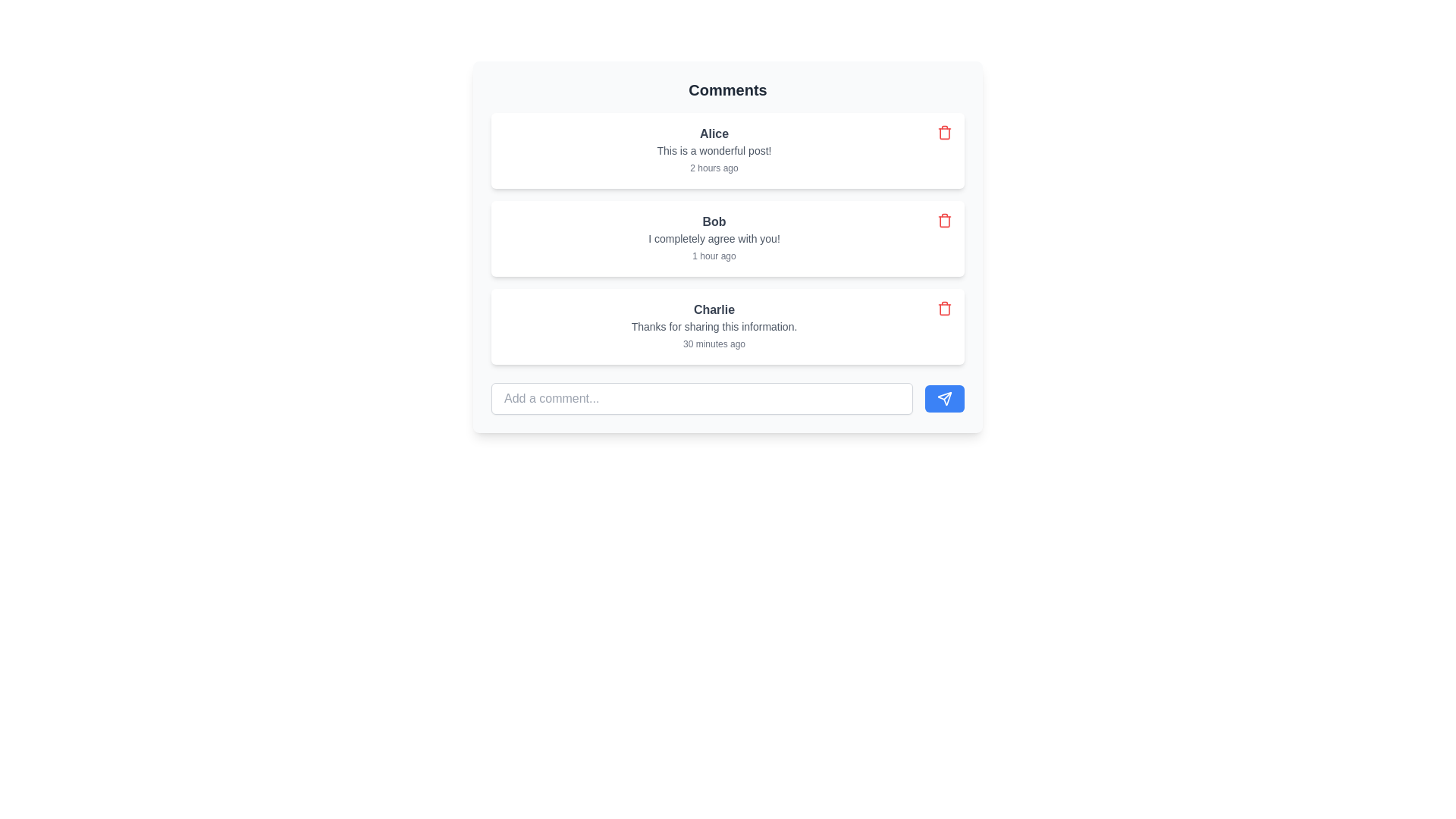 Image resolution: width=1456 pixels, height=819 pixels. What do you see at coordinates (713, 344) in the screenshot?
I see `the text indicating the time elapsed since the comment was posted, located below the user name 'Charlie' and the comment text 'Thanks for sharing this information.' in the third comment box` at bounding box center [713, 344].